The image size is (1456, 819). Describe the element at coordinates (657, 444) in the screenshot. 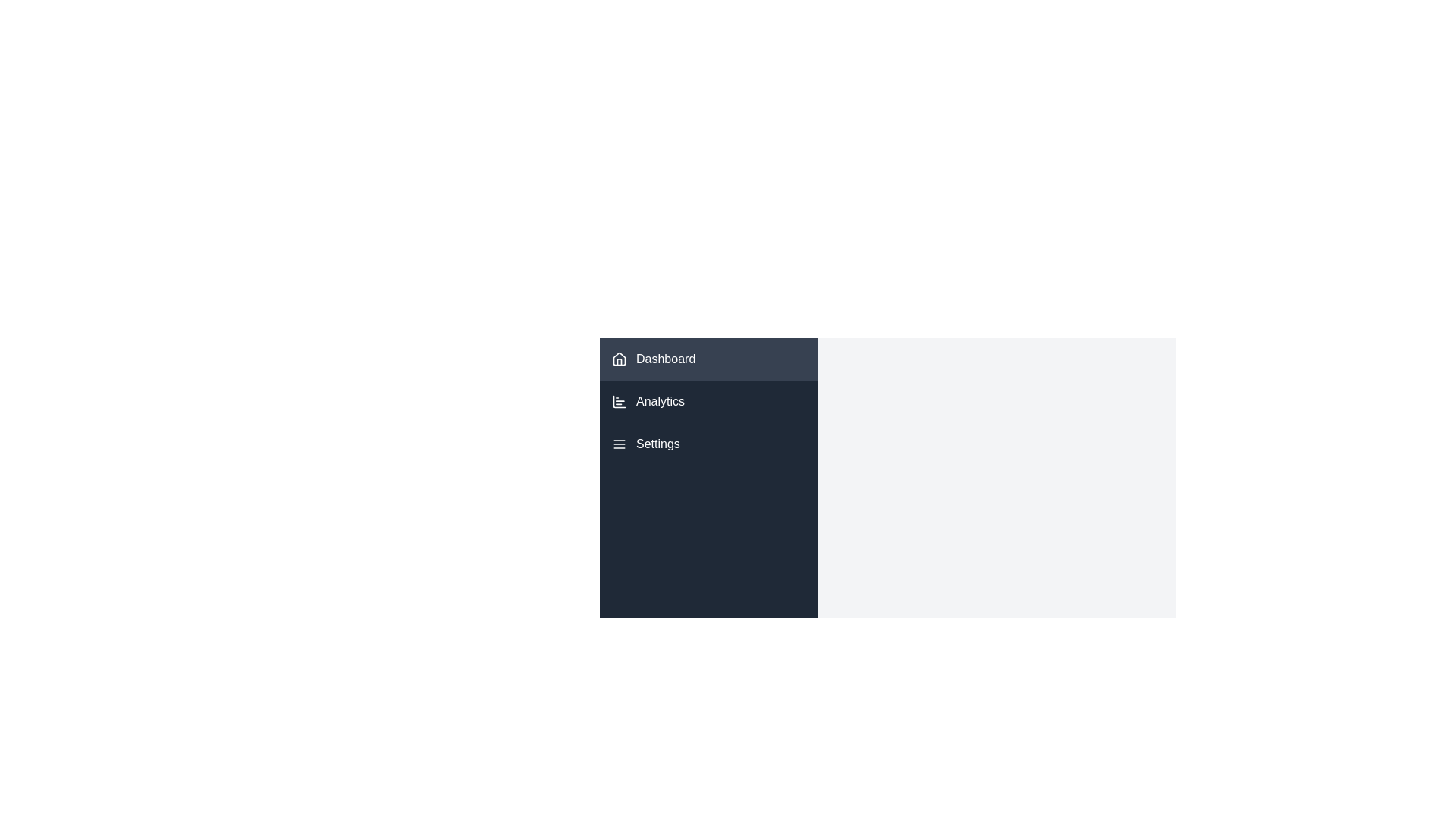

I see `the 'Settings' text label, which is white on a dark background and part of an interactive menu list` at that location.